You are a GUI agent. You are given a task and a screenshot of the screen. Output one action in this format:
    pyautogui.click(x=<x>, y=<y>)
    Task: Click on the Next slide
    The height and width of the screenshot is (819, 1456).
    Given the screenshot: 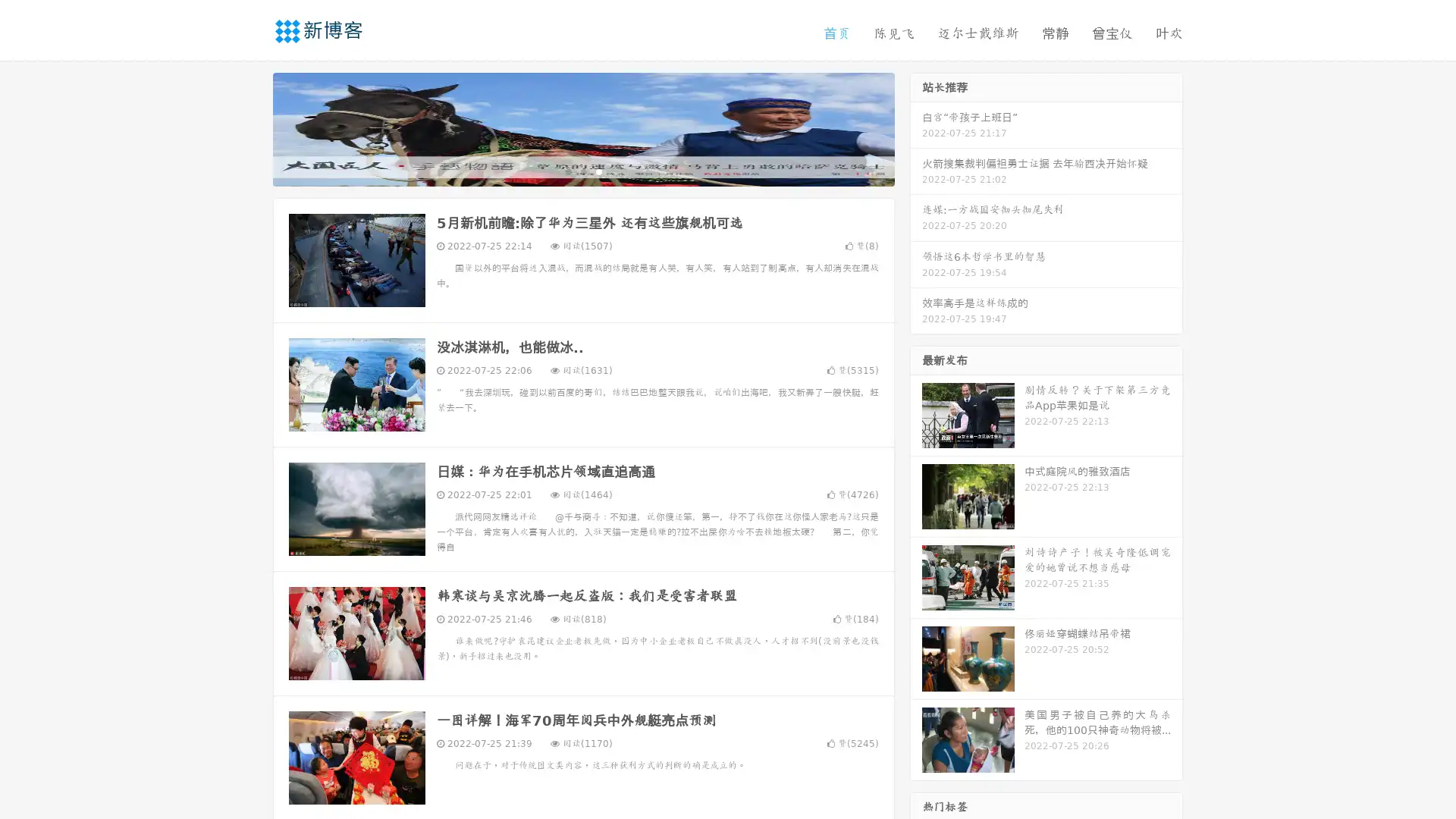 What is the action you would take?
    pyautogui.click(x=916, y=127)
    